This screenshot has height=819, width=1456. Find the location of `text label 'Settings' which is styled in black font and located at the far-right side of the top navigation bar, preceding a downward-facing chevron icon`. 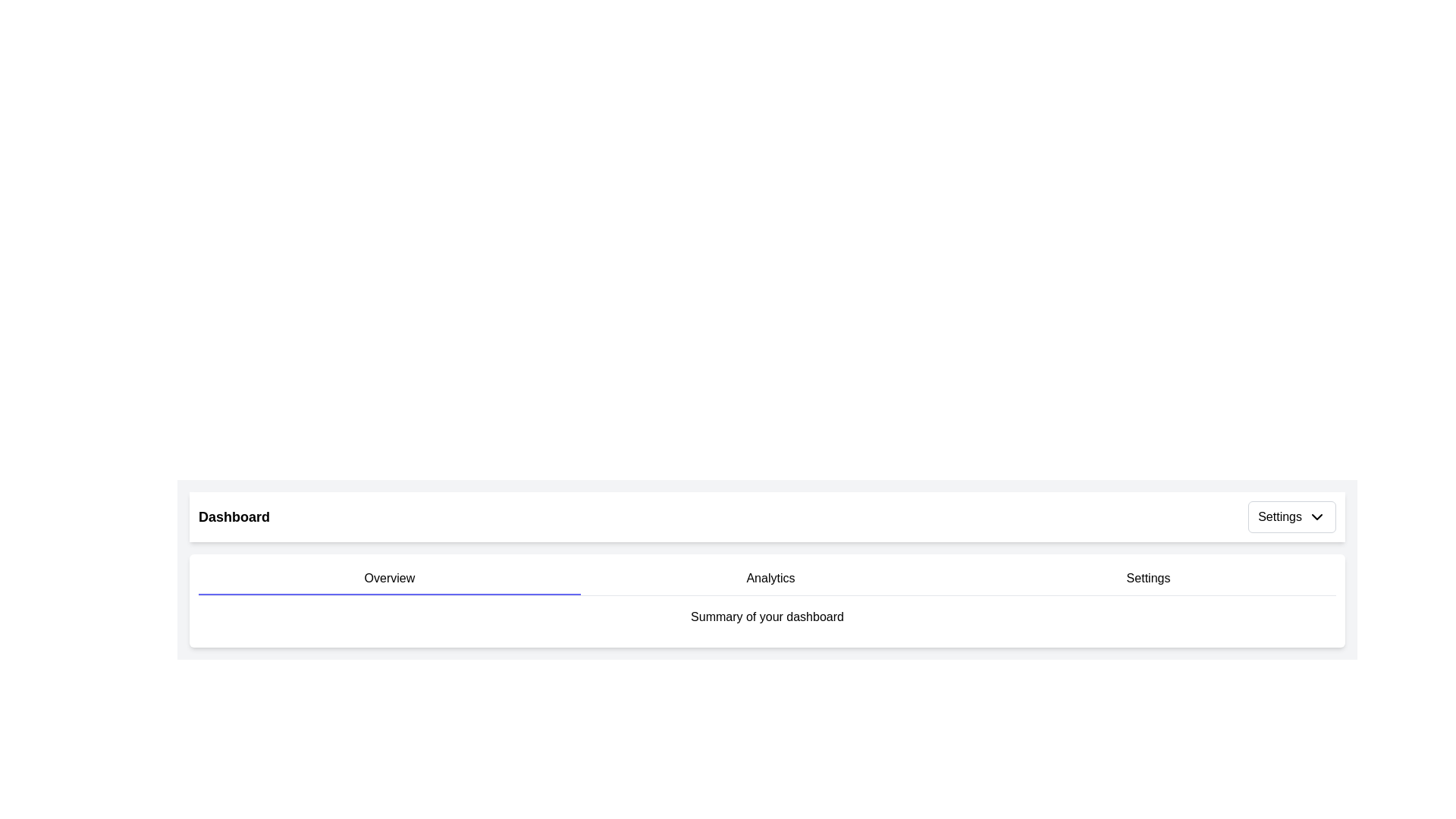

text label 'Settings' which is styled in black font and located at the far-right side of the top navigation bar, preceding a downward-facing chevron icon is located at coordinates (1279, 516).